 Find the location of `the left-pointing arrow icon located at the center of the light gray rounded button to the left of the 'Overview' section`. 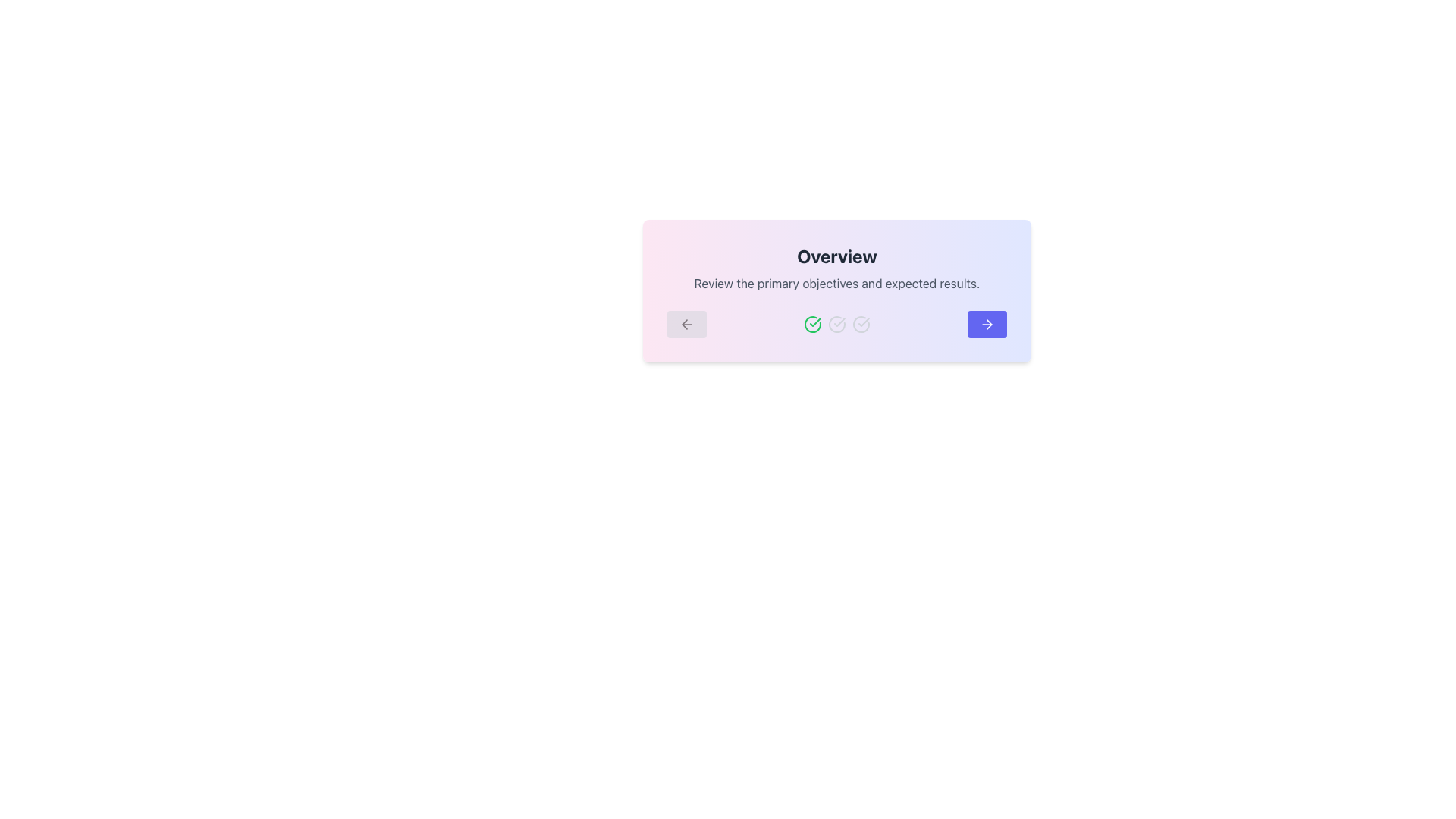

the left-pointing arrow icon located at the center of the light gray rounded button to the left of the 'Overview' section is located at coordinates (686, 324).